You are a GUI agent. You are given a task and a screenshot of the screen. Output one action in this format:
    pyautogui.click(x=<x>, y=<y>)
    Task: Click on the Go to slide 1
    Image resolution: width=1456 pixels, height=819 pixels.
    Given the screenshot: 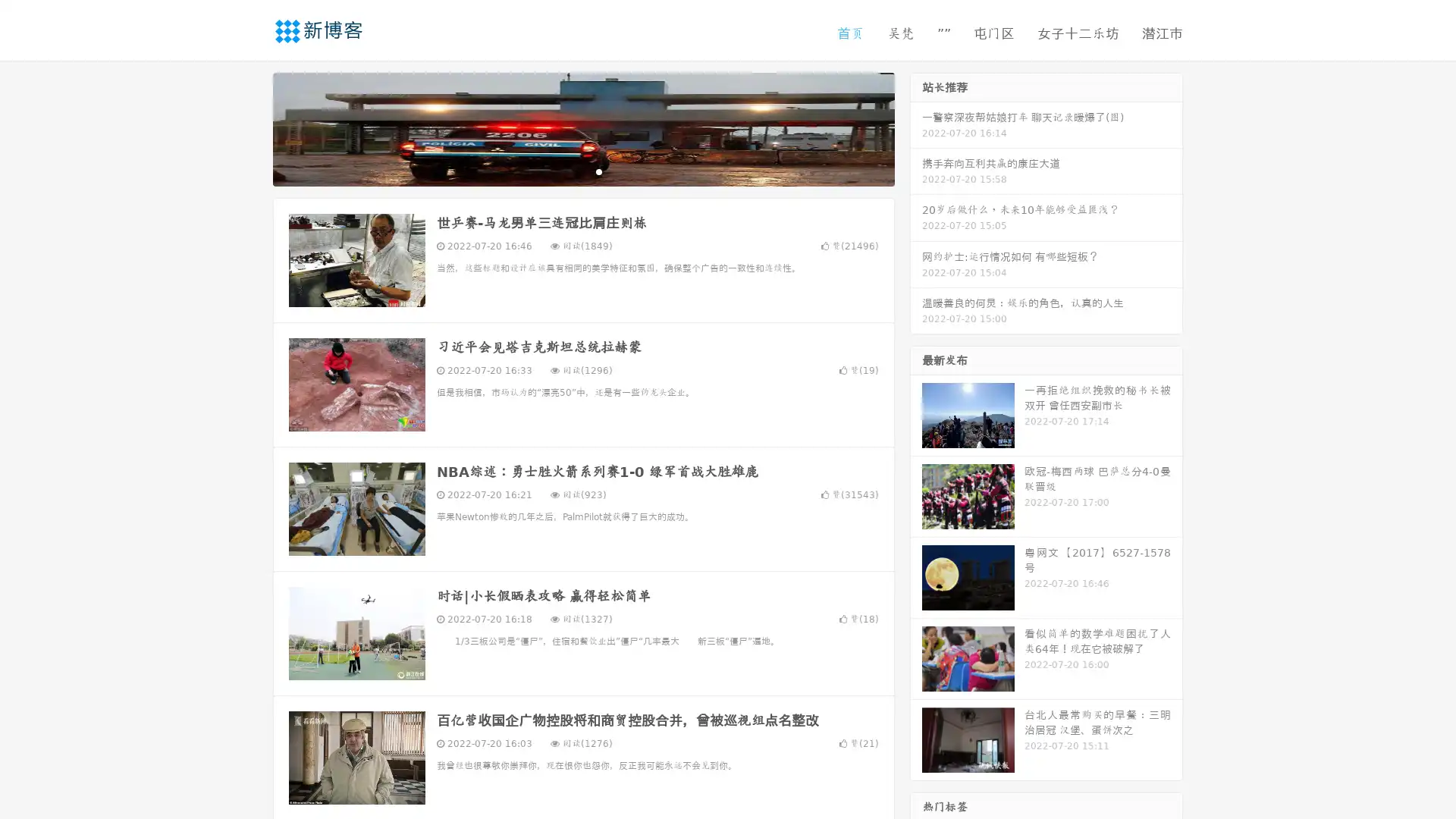 What is the action you would take?
    pyautogui.click(x=567, y=171)
    